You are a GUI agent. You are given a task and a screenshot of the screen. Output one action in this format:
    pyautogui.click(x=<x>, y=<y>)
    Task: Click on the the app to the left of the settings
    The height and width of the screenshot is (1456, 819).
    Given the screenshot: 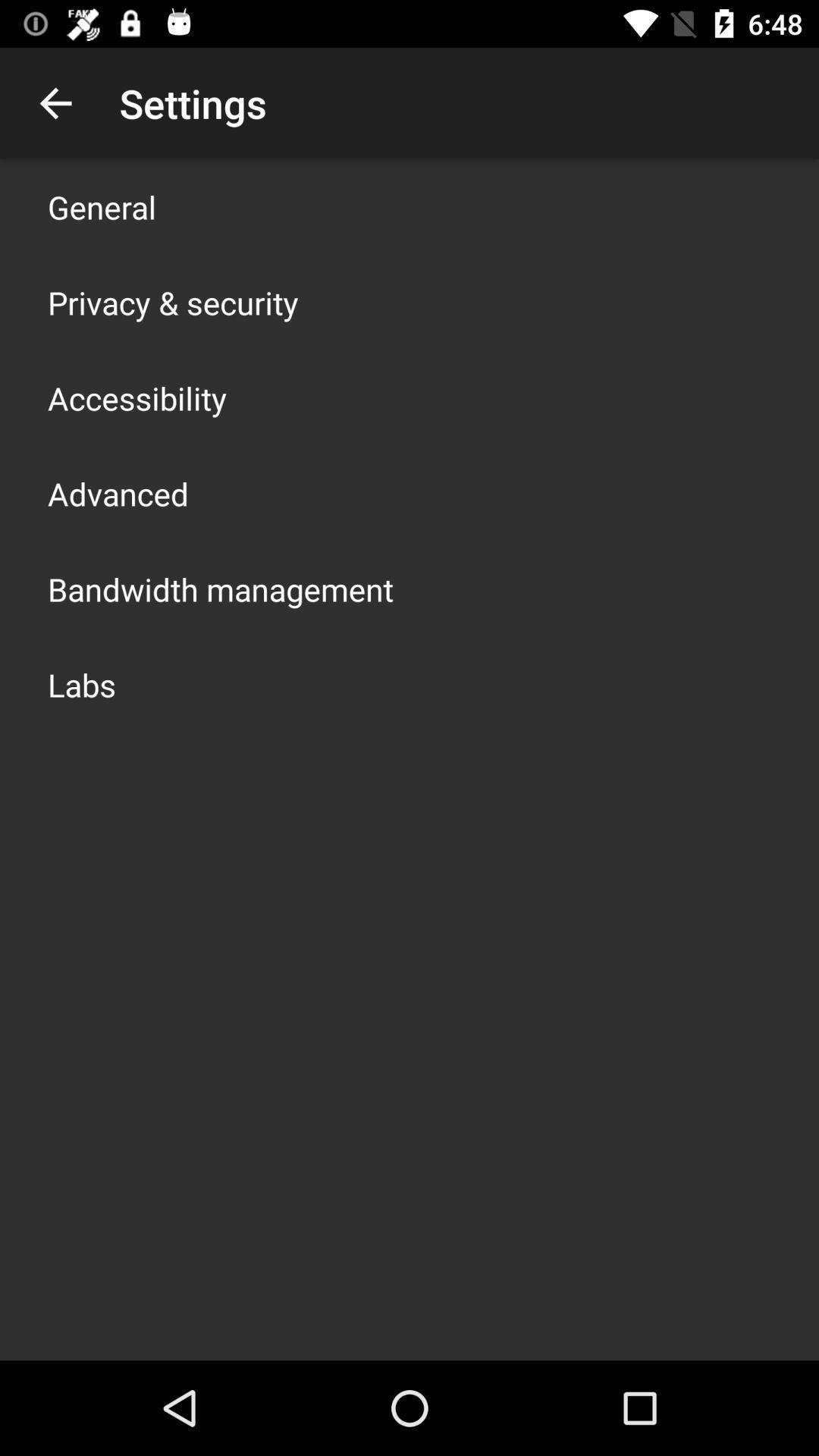 What is the action you would take?
    pyautogui.click(x=55, y=102)
    